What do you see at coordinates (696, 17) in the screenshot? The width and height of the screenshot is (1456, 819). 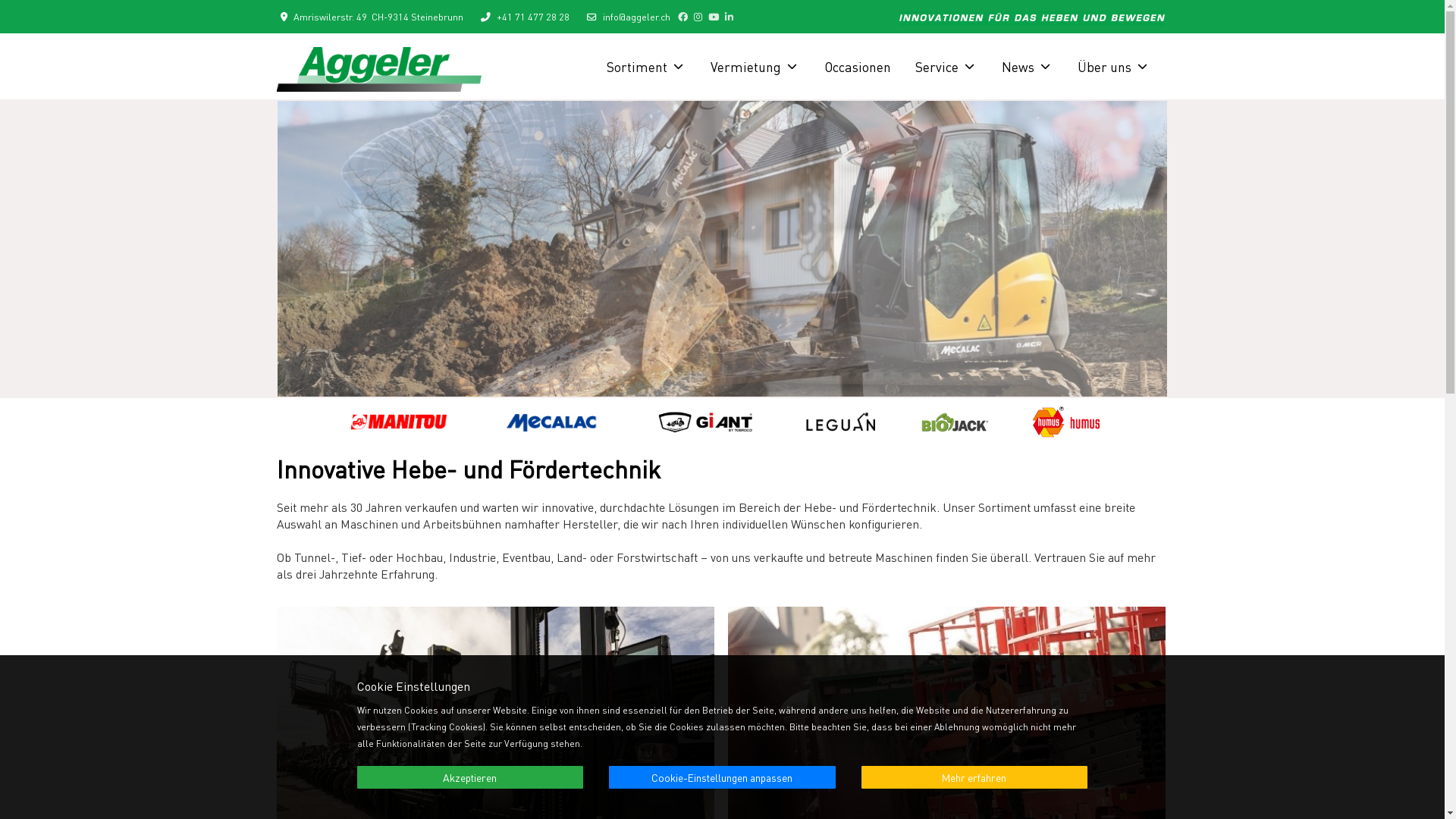 I see `'Instagram'` at bounding box center [696, 17].